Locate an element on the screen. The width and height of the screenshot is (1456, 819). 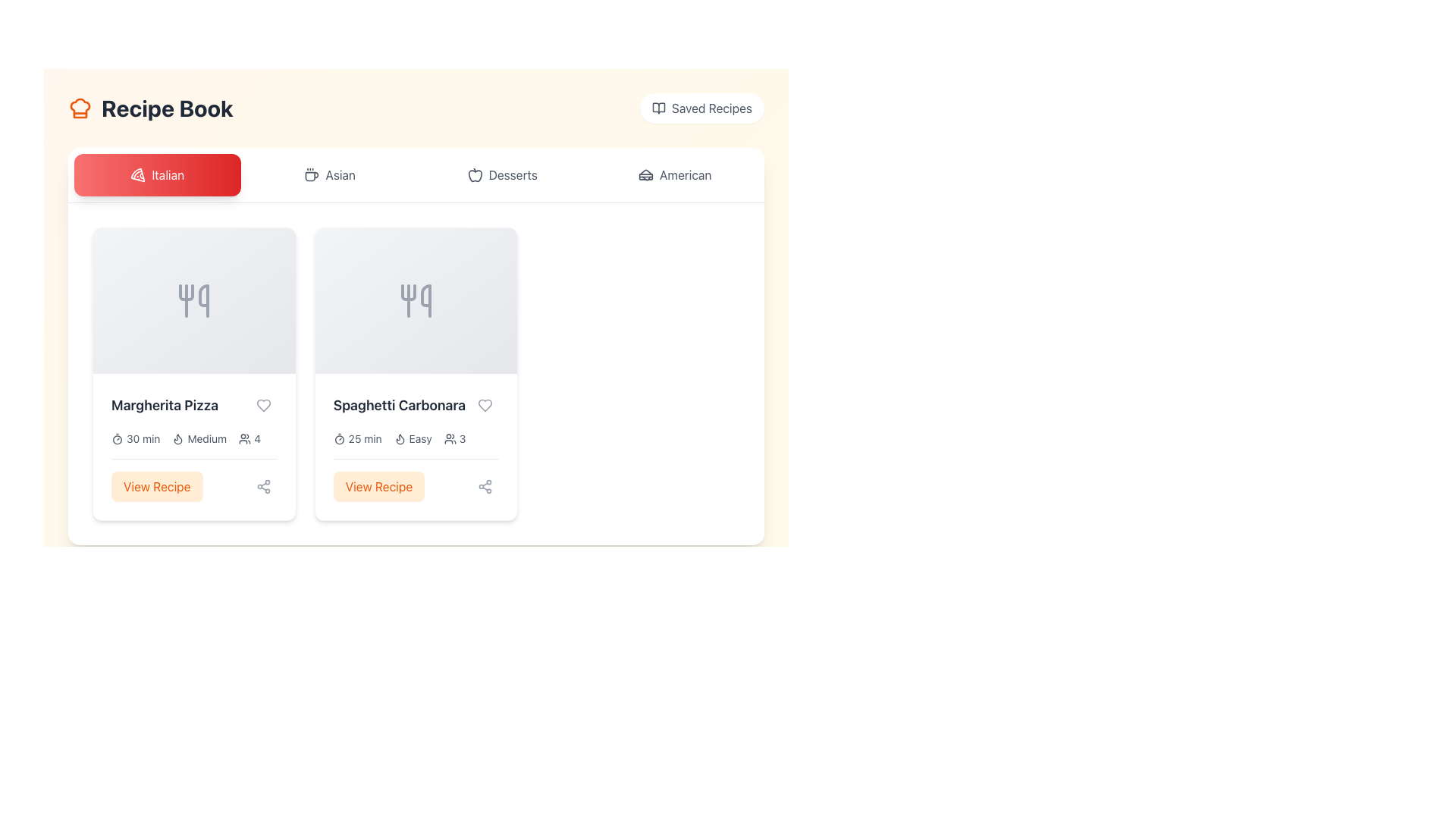
the heart-shaped interactive icon with a gray outline and hollow center located in the lower-right corner of the 'Spaghetti Carbonara' card is located at coordinates (485, 405).